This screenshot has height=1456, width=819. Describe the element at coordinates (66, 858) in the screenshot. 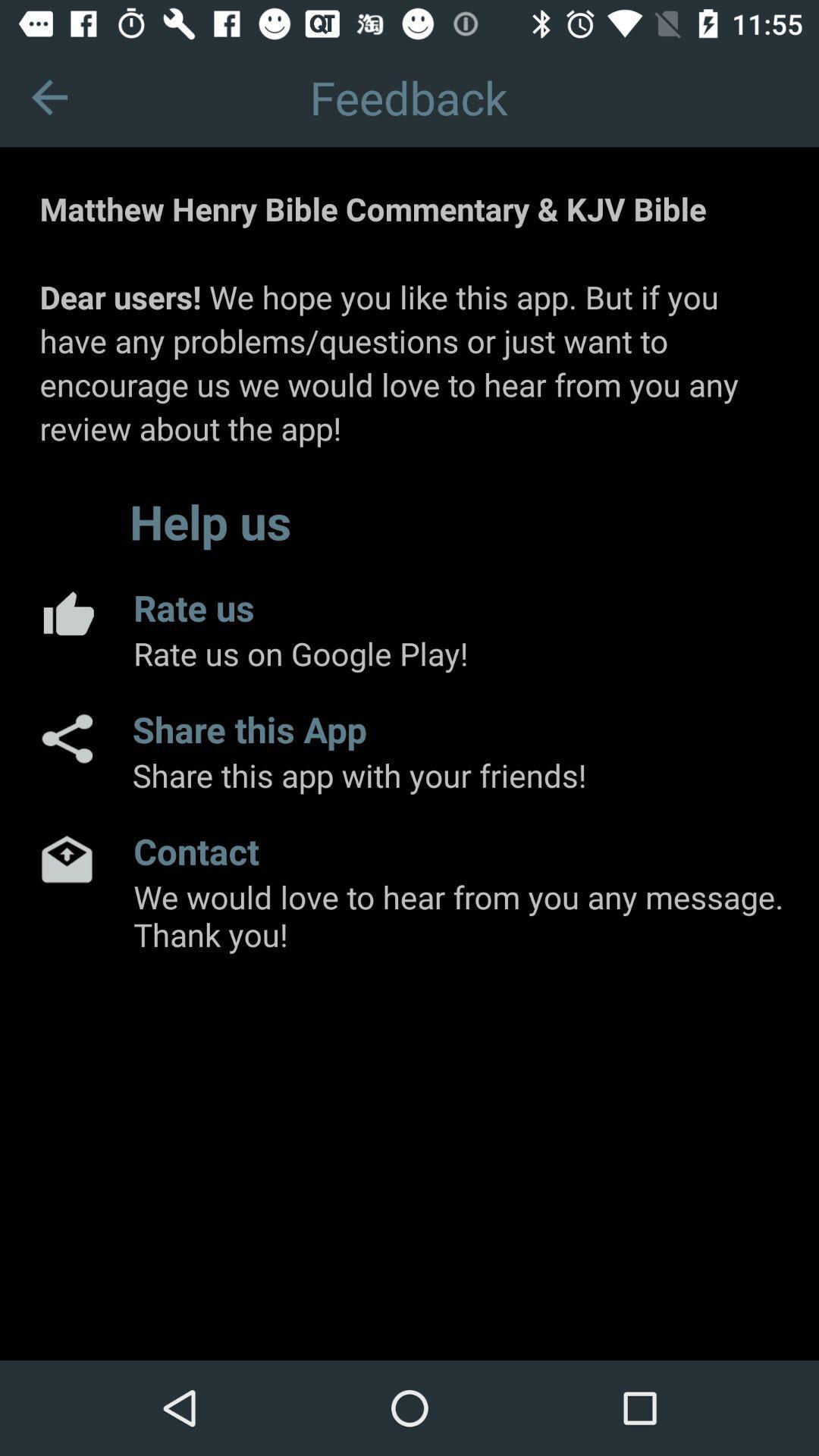

I see `contact app developer` at that location.